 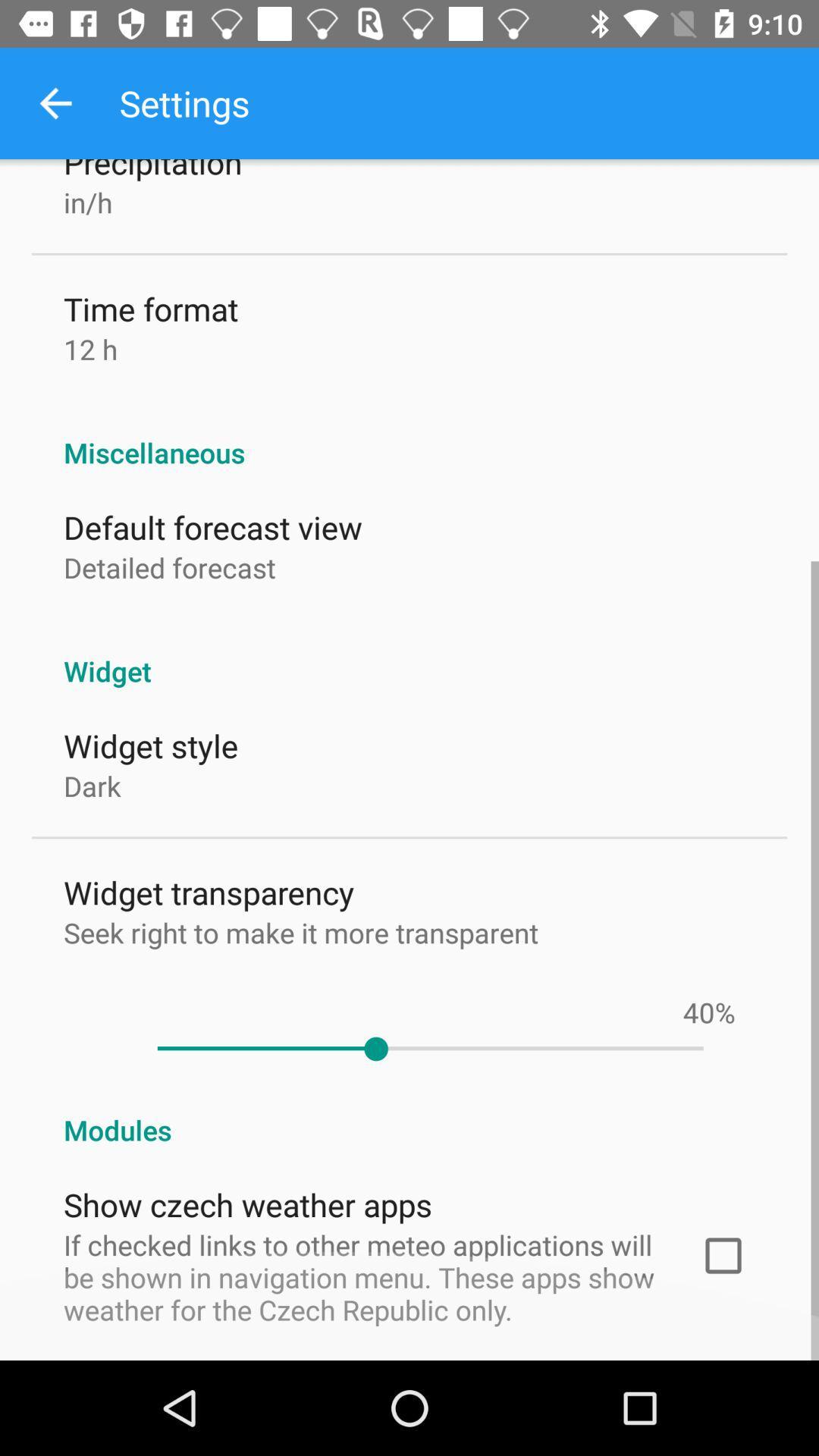 What do you see at coordinates (698, 1012) in the screenshot?
I see `the 40 item` at bounding box center [698, 1012].